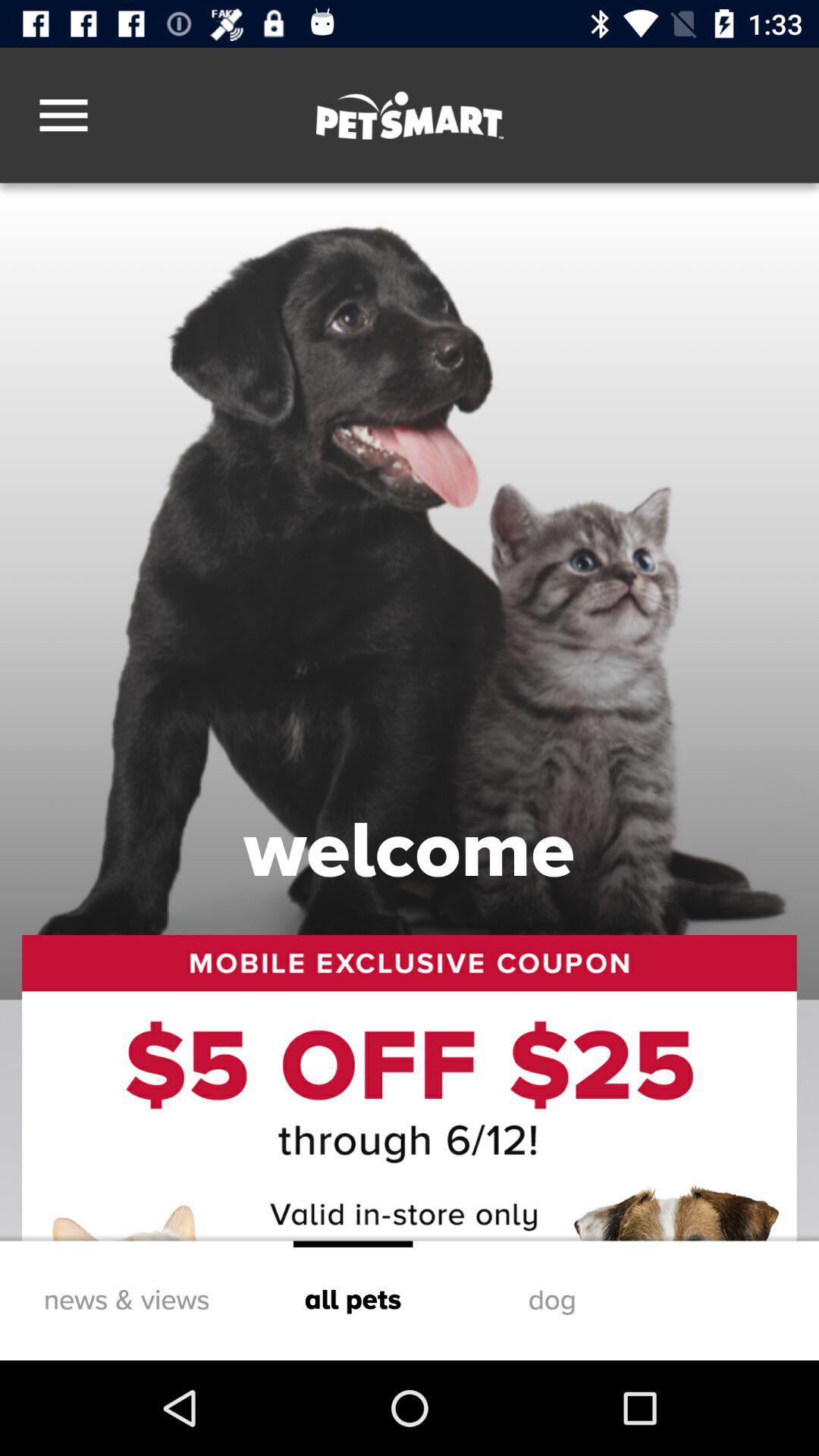  What do you see at coordinates (409, 1087) in the screenshot?
I see `the icon below welcome` at bounding box center [409, 1087].